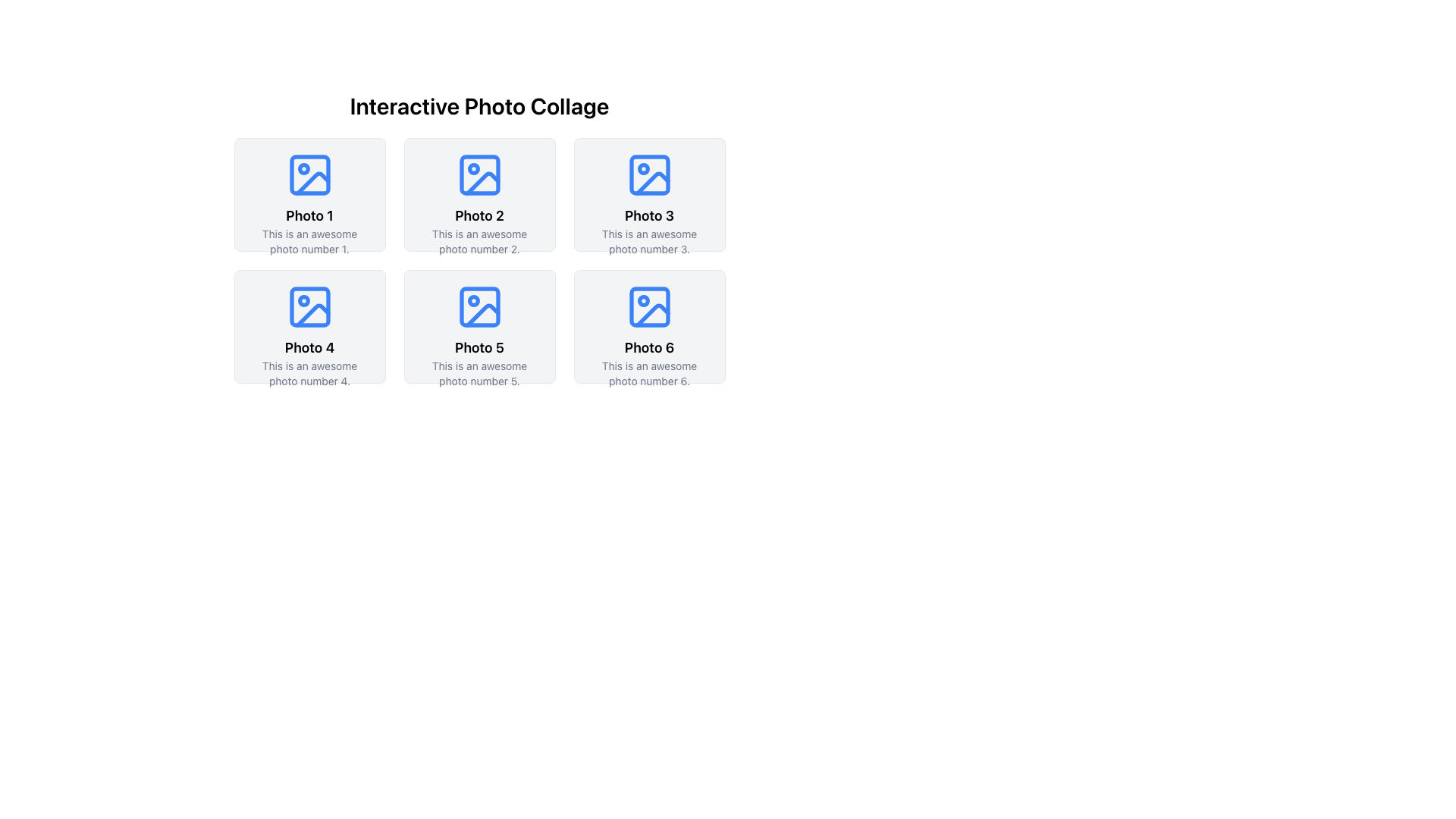 The image size is (1456, 819). What do you see at coordinates (479, 174) in the screenshot?
I see `the icon featuring a blue outline of a photo frame with a circular detail and a diagonal line, located within the card titled 'Photo 2' in the 'Interactive Photo Collage'` at bounding box center [479, 174].